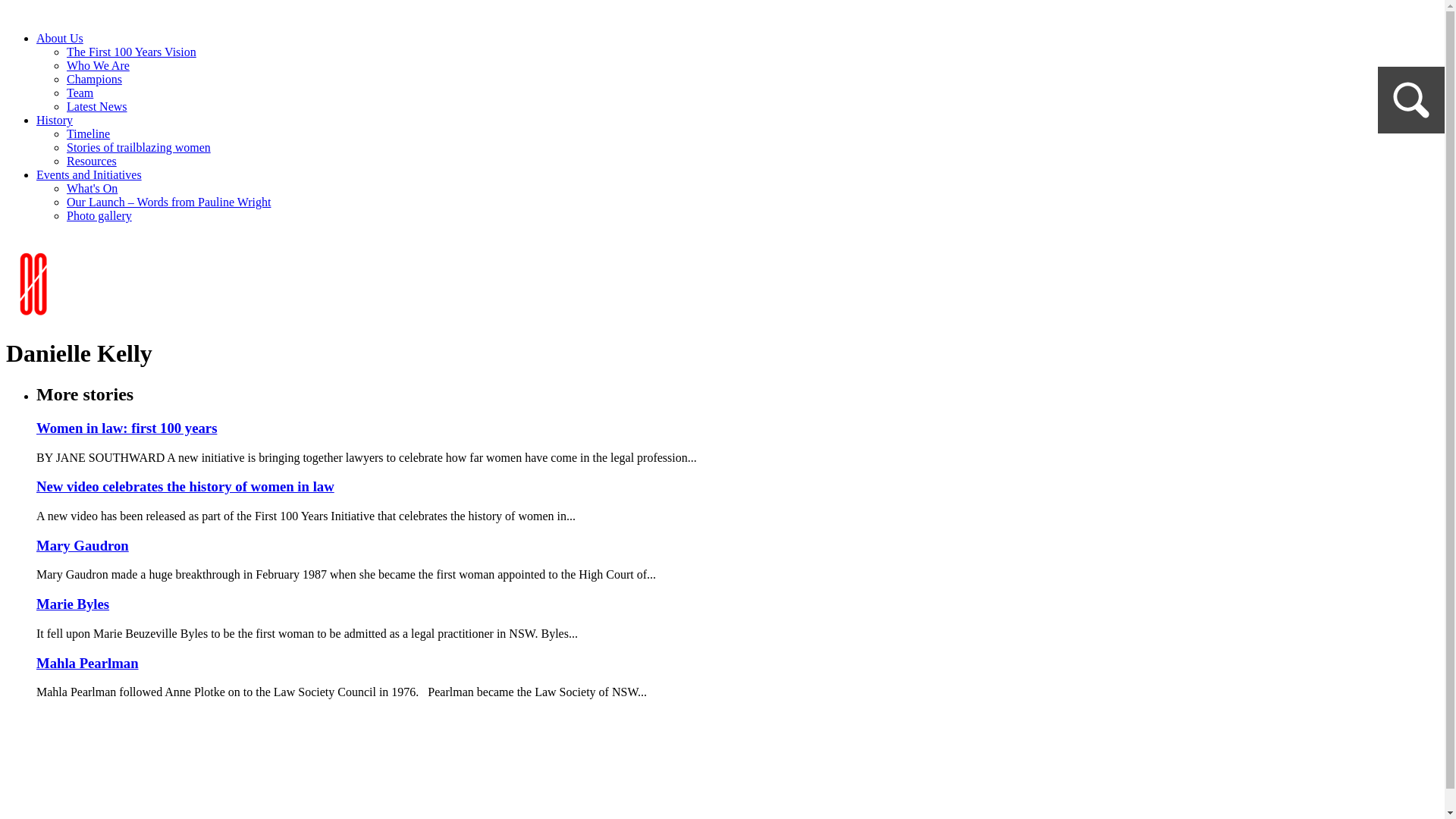 The height and width of the screenshot is (819, 1456). I want to click on 'About Us', so click(59, 37).